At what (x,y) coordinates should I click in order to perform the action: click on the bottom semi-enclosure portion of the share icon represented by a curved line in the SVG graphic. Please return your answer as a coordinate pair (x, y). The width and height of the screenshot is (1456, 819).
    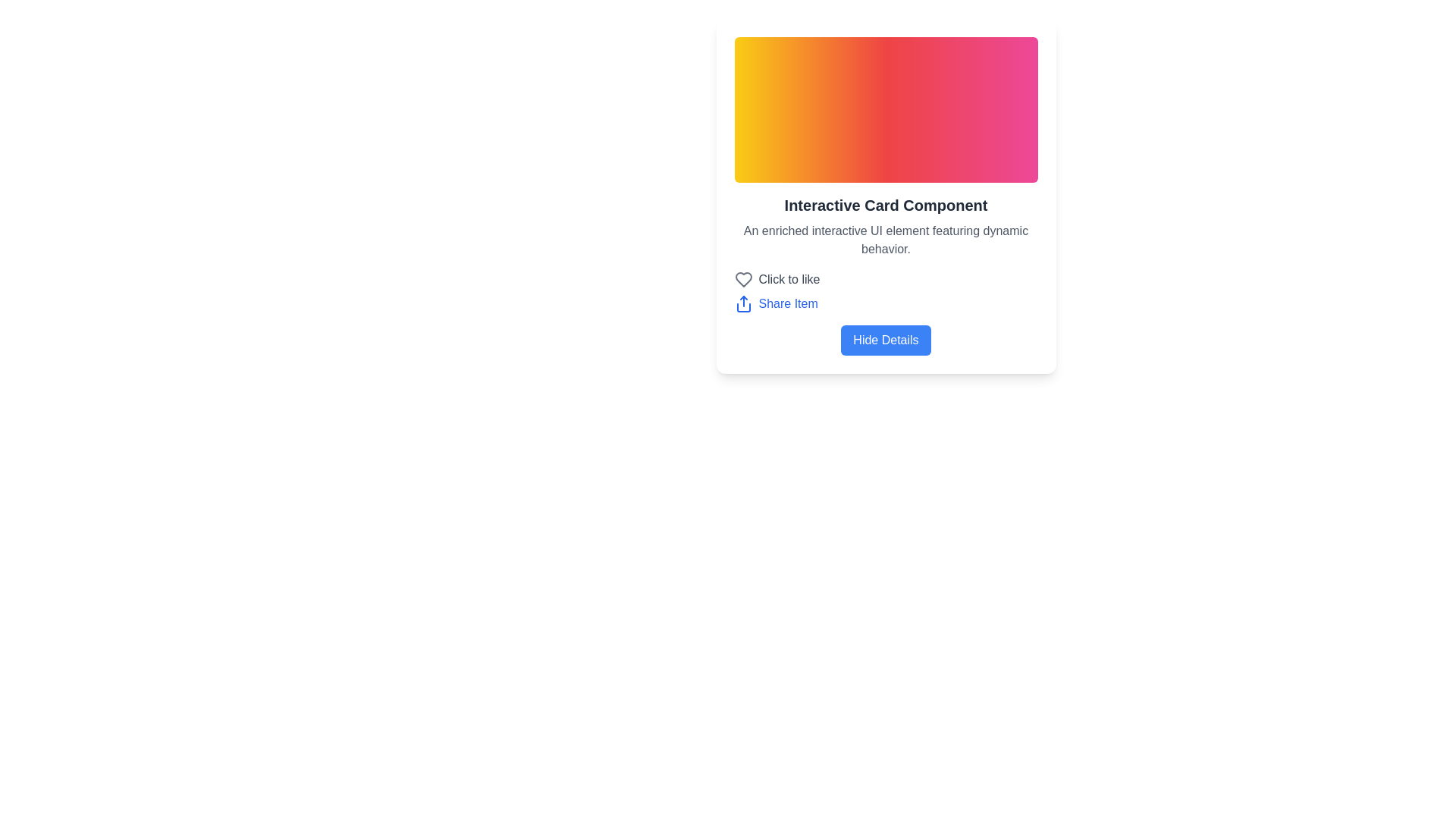
    Looking at the image, I should click on (743, 307).